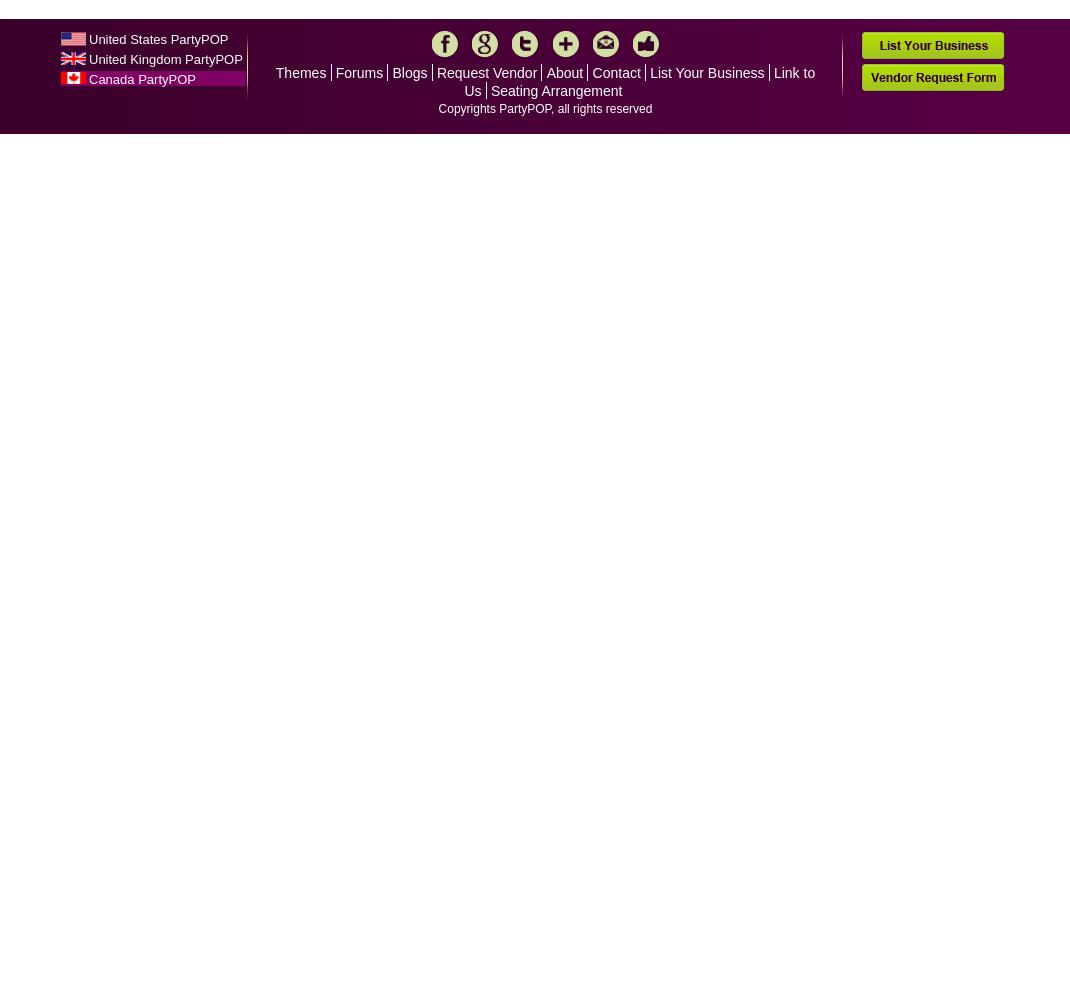 This screenshot has width=1070, height=1000. What do you see at coordinates (141, 78) in the screenshot?
I see `'Canada PartyPOP'` at bounding box center [141, 78].